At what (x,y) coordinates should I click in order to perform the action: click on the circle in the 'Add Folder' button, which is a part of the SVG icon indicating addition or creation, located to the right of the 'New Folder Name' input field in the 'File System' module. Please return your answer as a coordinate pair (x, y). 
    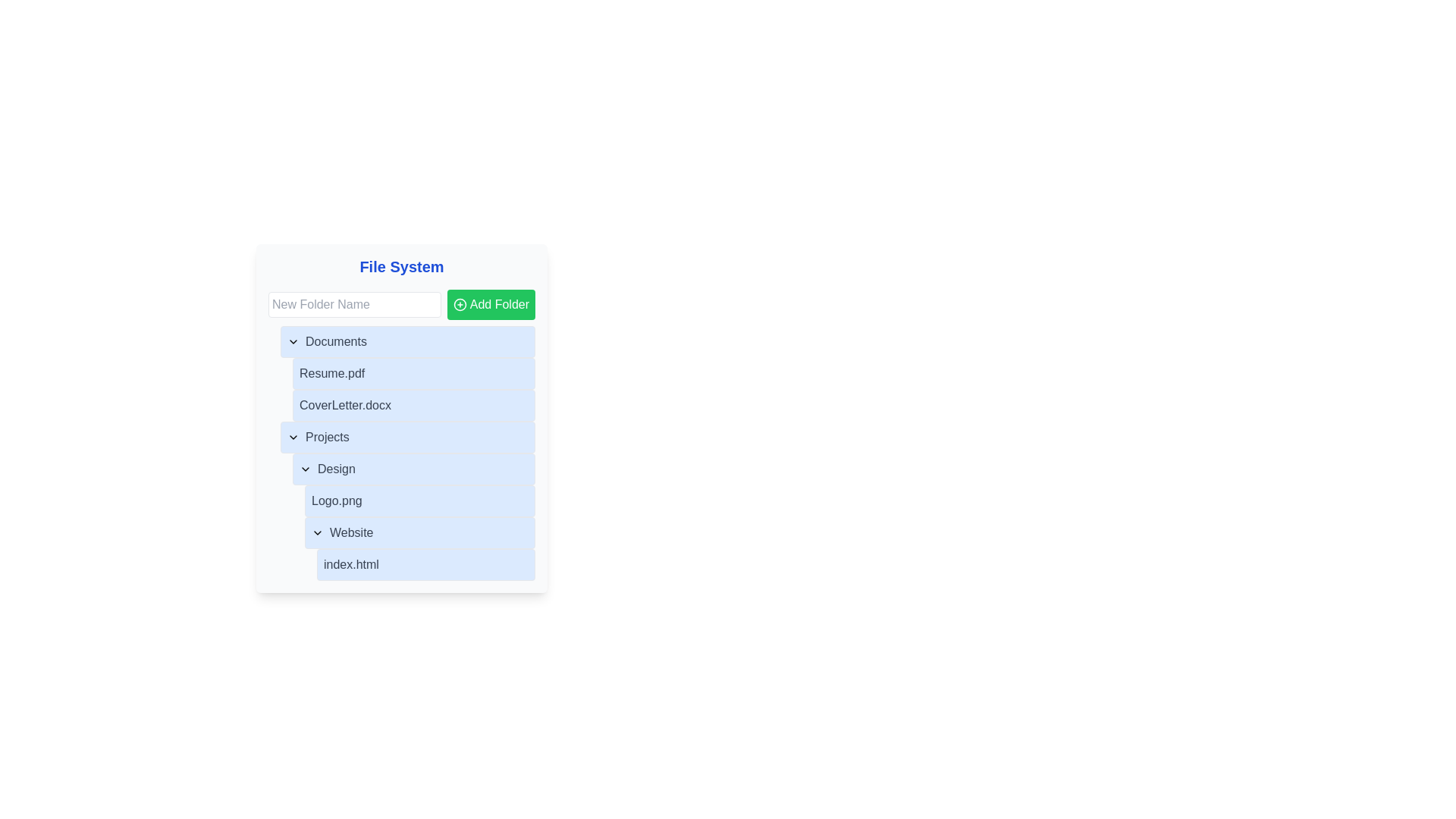
    Looking at the image, I should click on (459, 304).